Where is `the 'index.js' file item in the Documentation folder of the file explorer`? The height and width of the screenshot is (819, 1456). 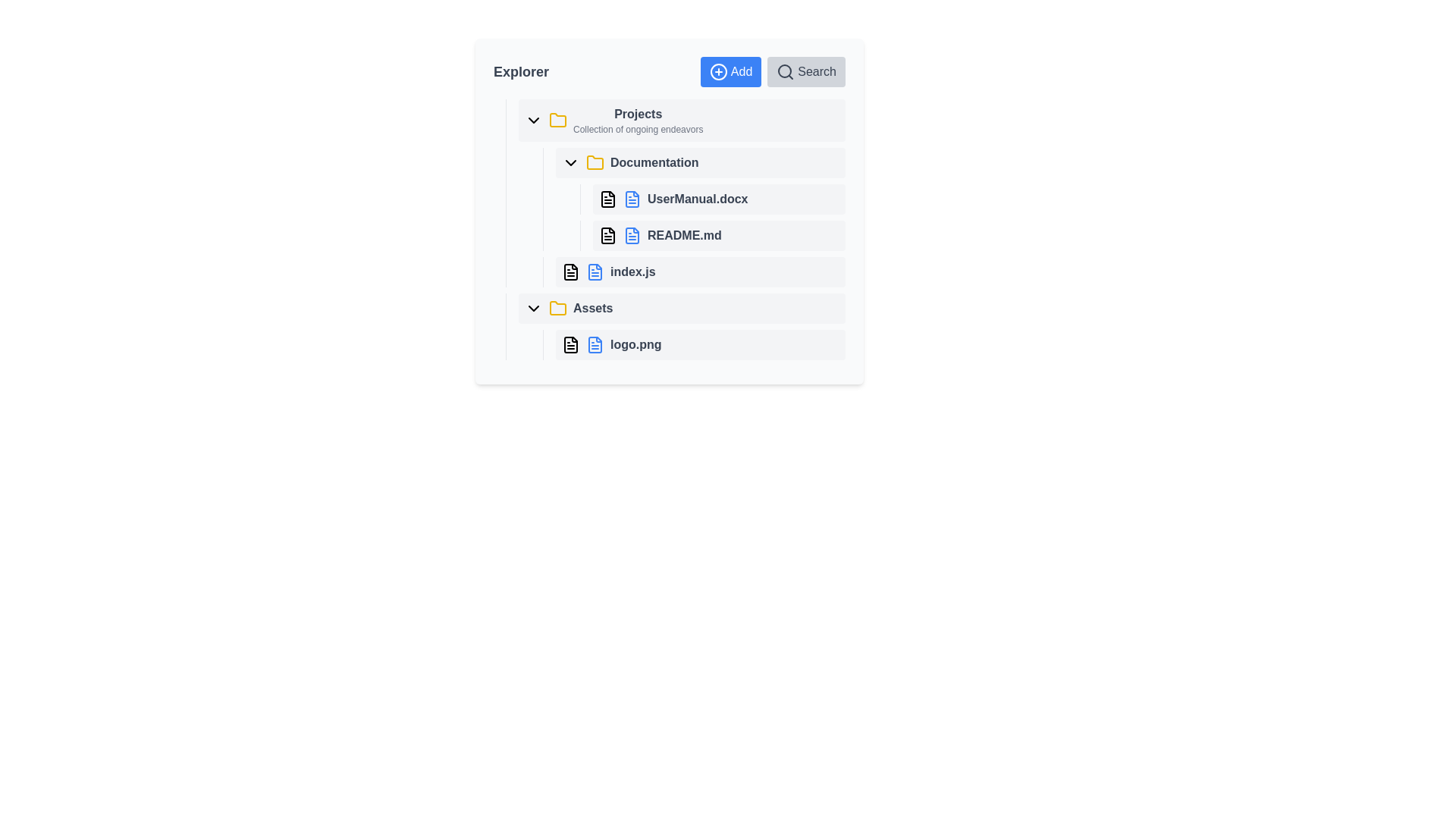
the 'index.js' file item in the Documentation folder of the file explorer is located at coordinates (632, 271).